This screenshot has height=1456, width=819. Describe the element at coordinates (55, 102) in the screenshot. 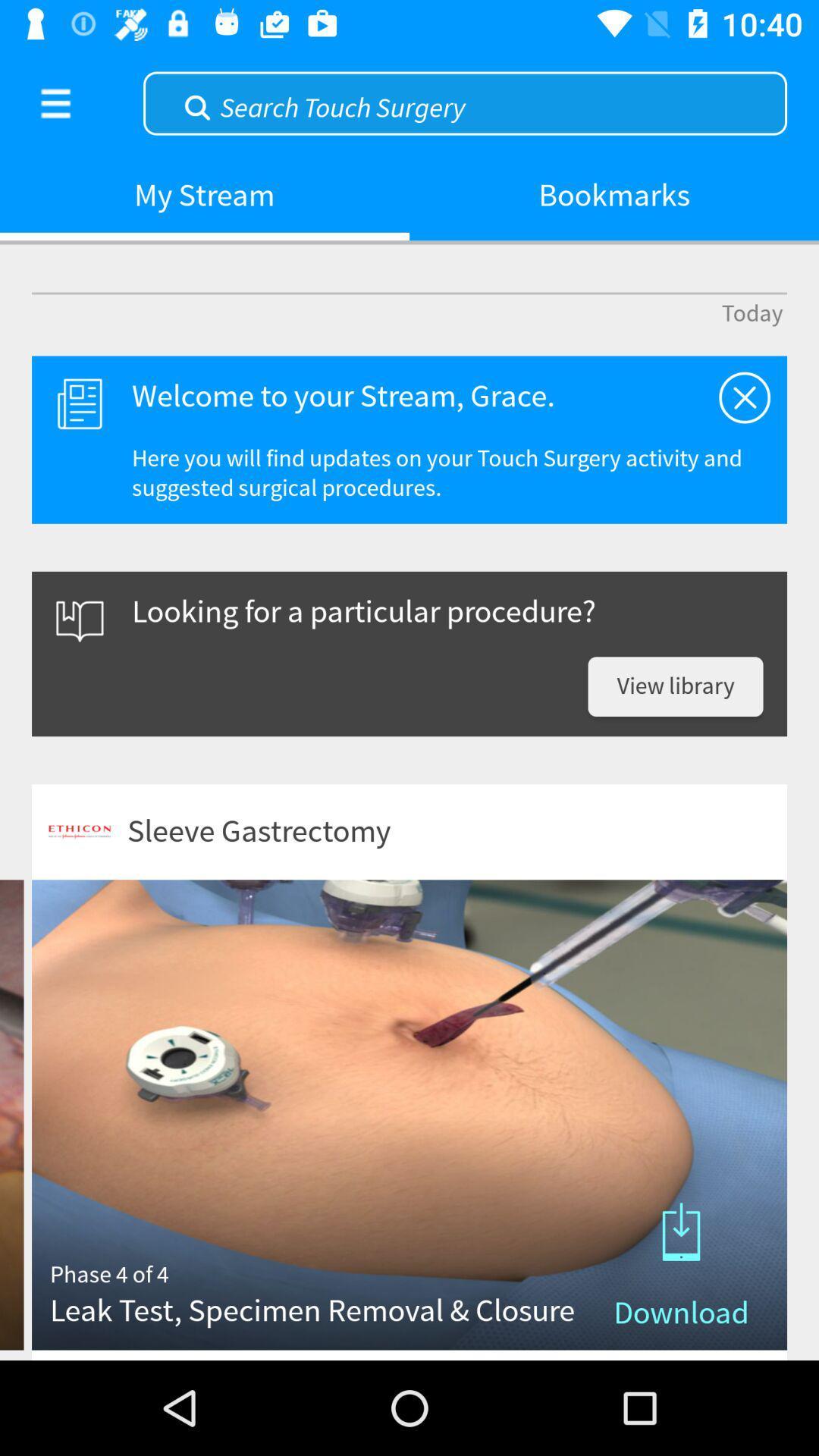

I see `the item above my stream icon` at that location.